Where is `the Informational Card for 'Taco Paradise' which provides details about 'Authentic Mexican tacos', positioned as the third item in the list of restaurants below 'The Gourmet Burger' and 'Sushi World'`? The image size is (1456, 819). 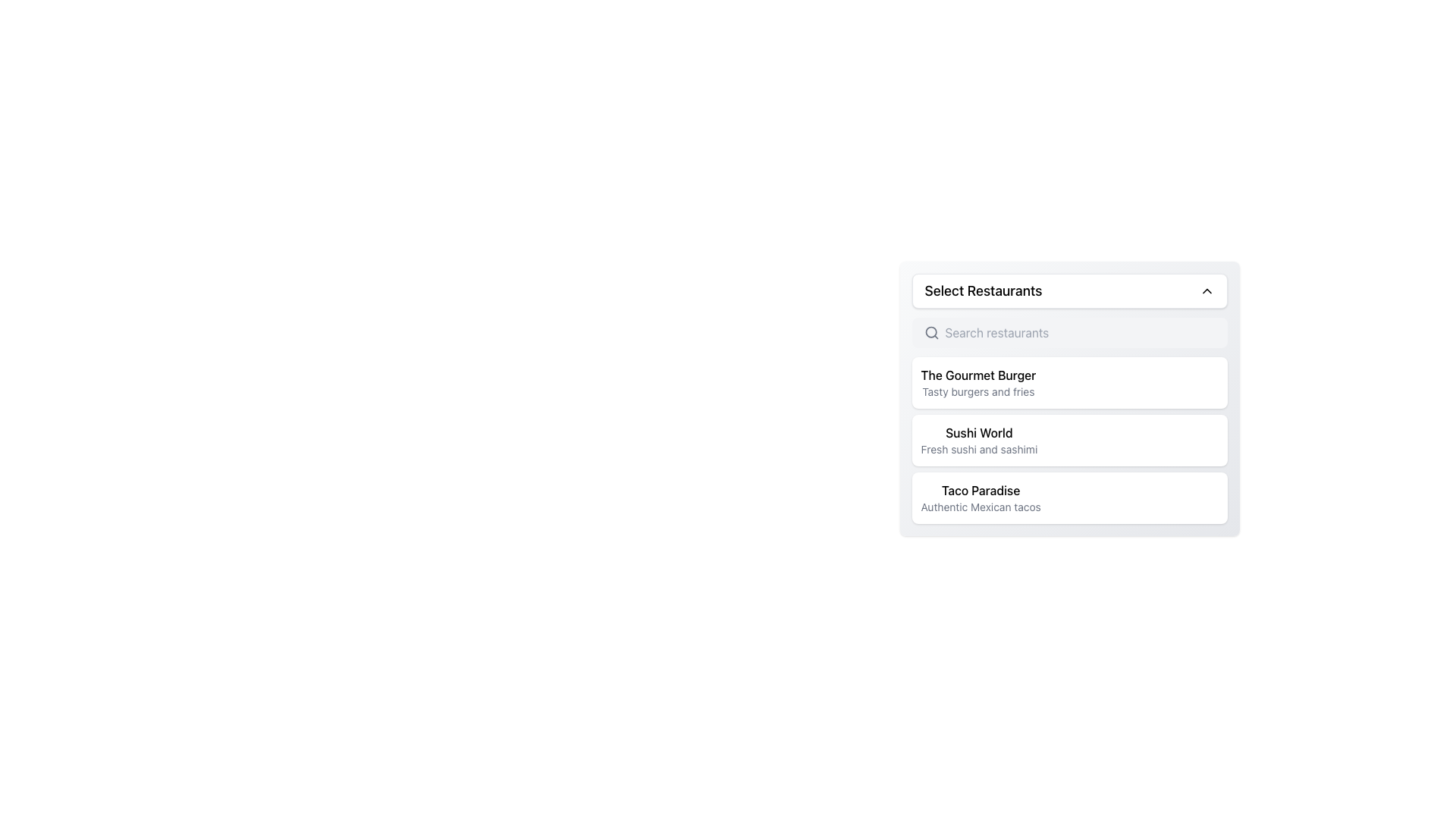
the Informational Card for 'Taco Paradise' which provides details about 'Authentic Mexican tacos', positioned as the third item in the list of restaurants below 'The Gourmet Burger' and 'Sushi World' is located at coordinates (1068, 497).